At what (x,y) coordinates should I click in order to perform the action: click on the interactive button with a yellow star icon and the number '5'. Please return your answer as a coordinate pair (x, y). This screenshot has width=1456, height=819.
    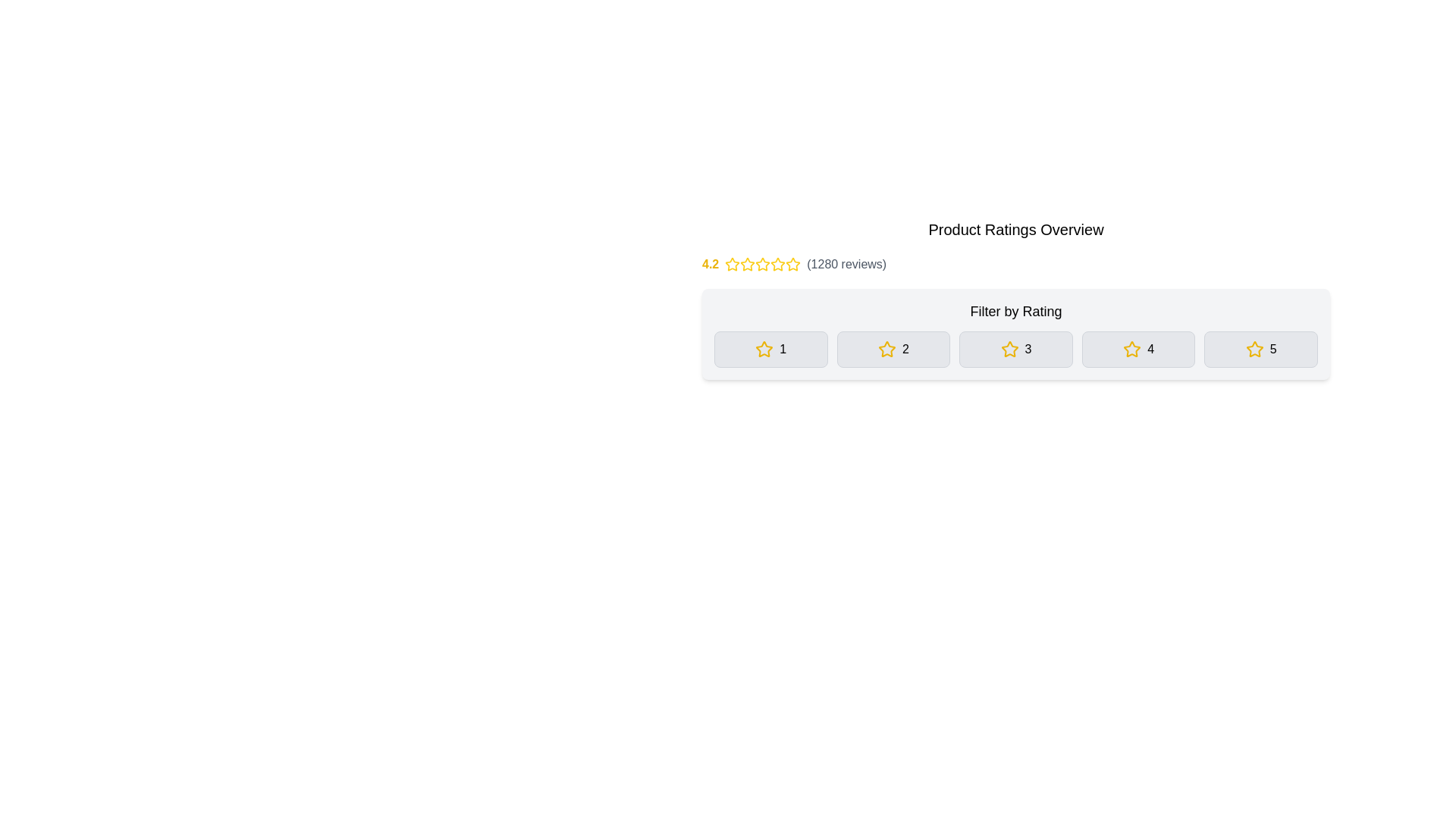
    Looking at the image, I should click on (1261, 350).